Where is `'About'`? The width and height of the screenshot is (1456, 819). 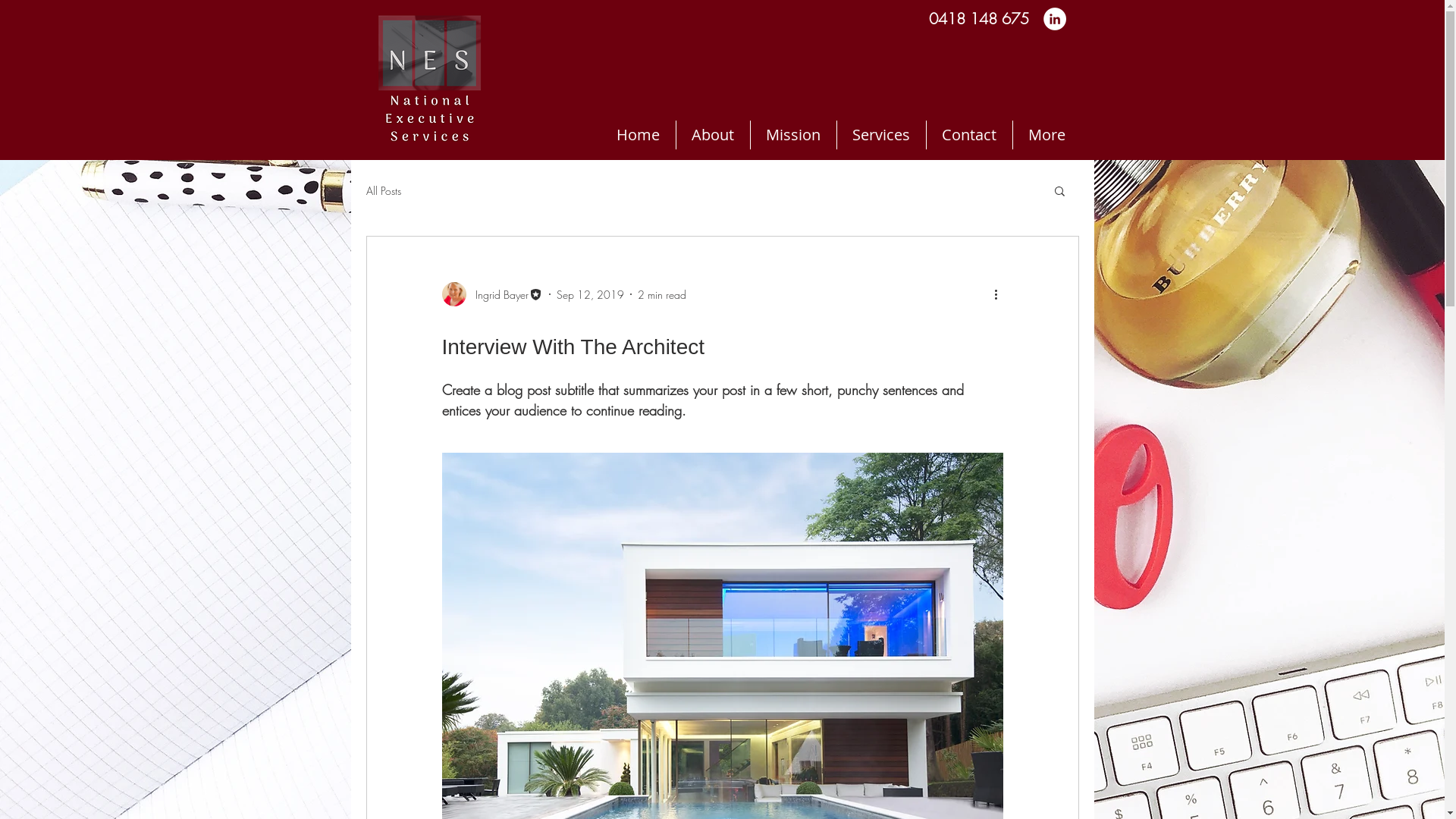 'About' is located at coordinates (711, 133).